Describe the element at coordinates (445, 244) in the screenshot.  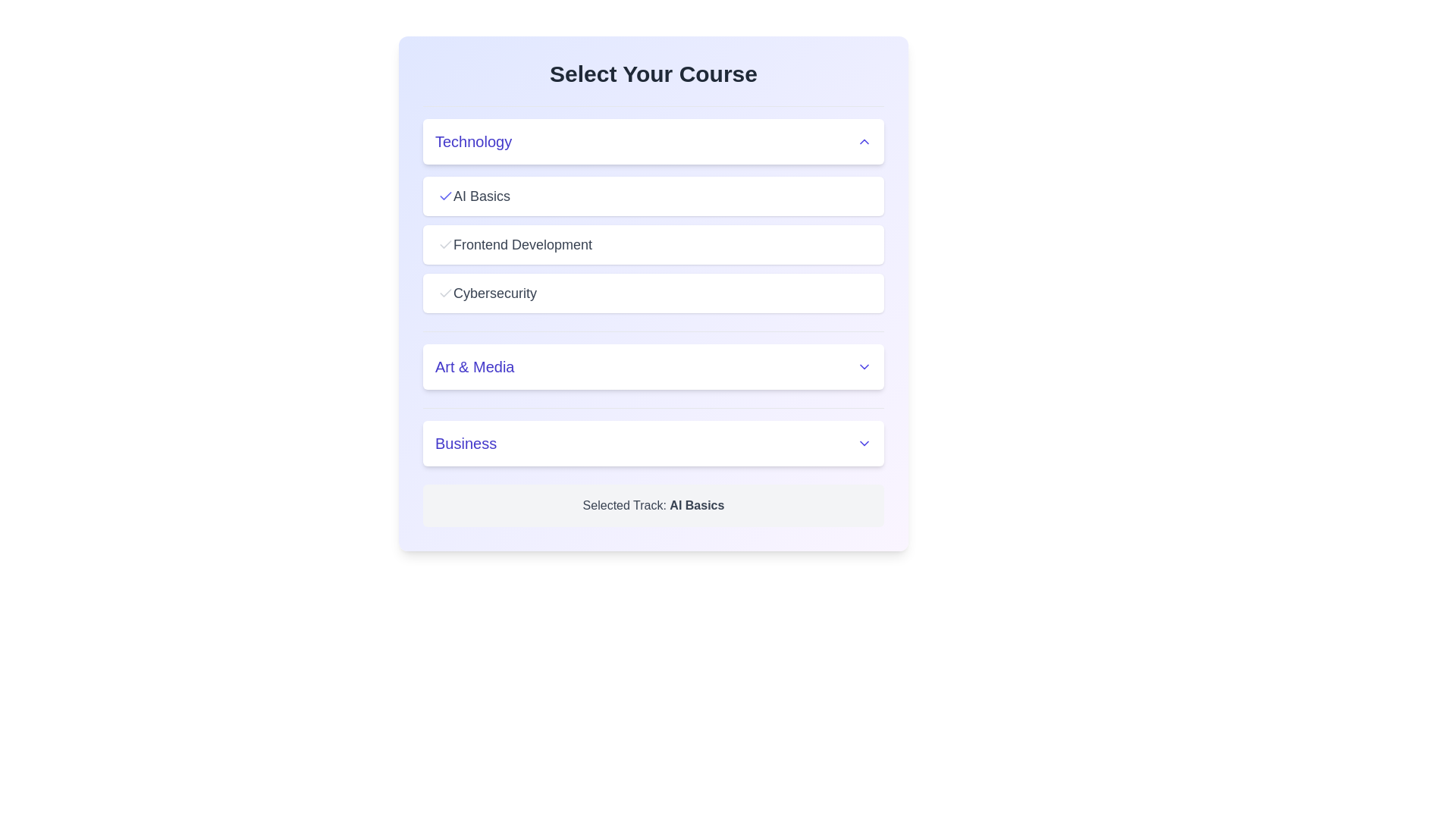
I see `the visual state of the Checkmark icon indicating that the option 'Frontend Development' is selected or completed, located at the left side of the row labeled 'Frontend Development'` at that location.